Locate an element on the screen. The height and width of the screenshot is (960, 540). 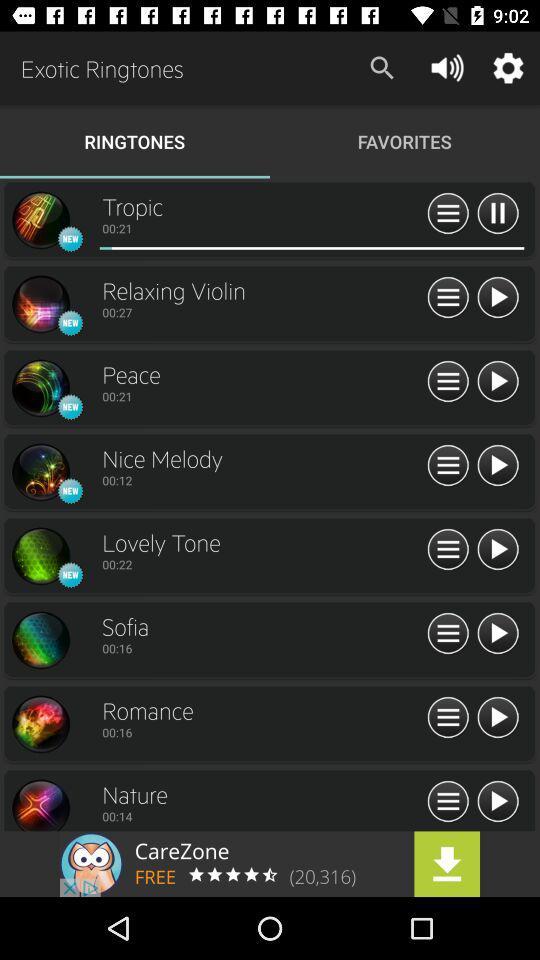
icon which is next to nice melody is located at coordinates (448, 466).